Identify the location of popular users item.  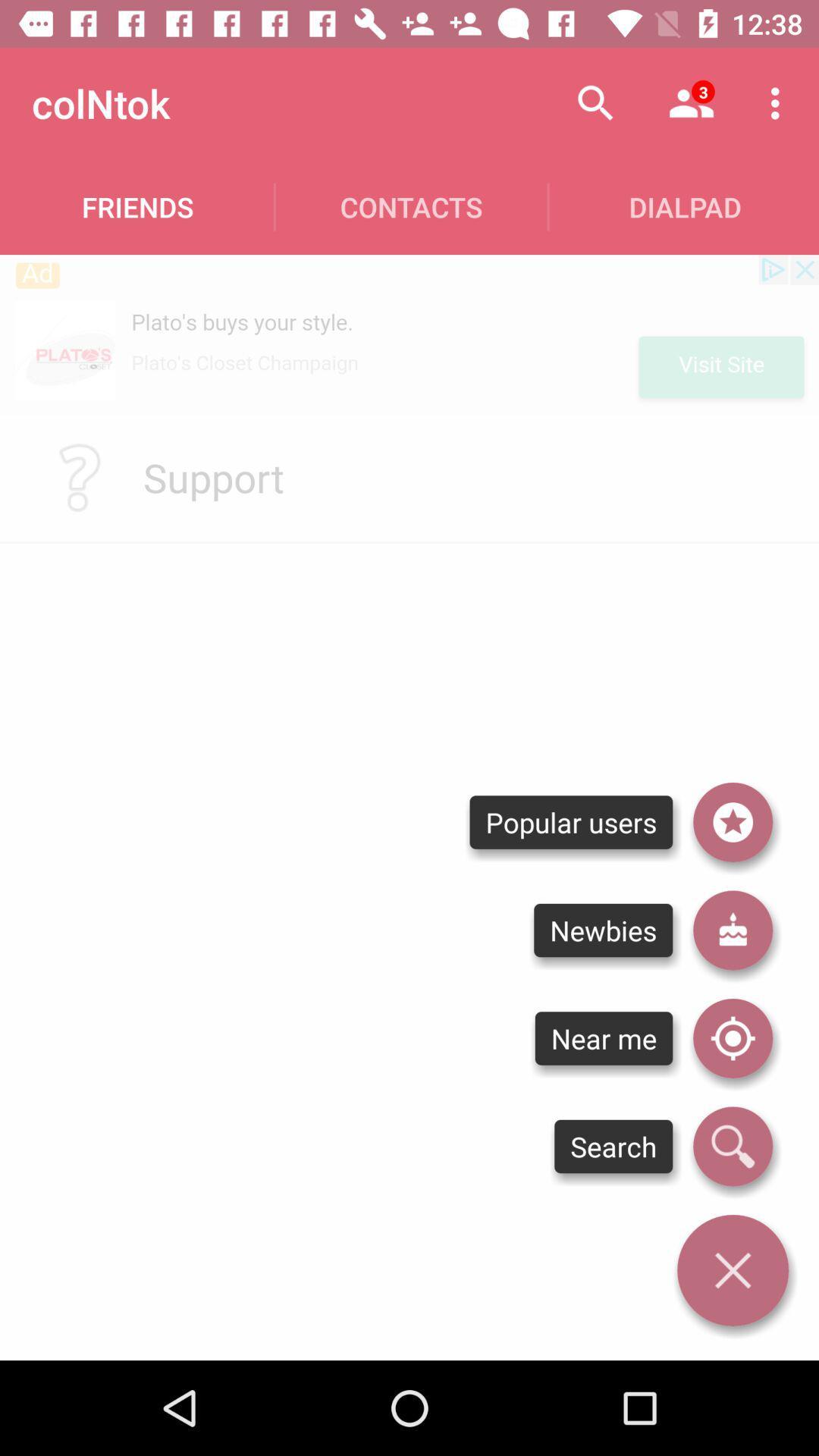
(571, 821).